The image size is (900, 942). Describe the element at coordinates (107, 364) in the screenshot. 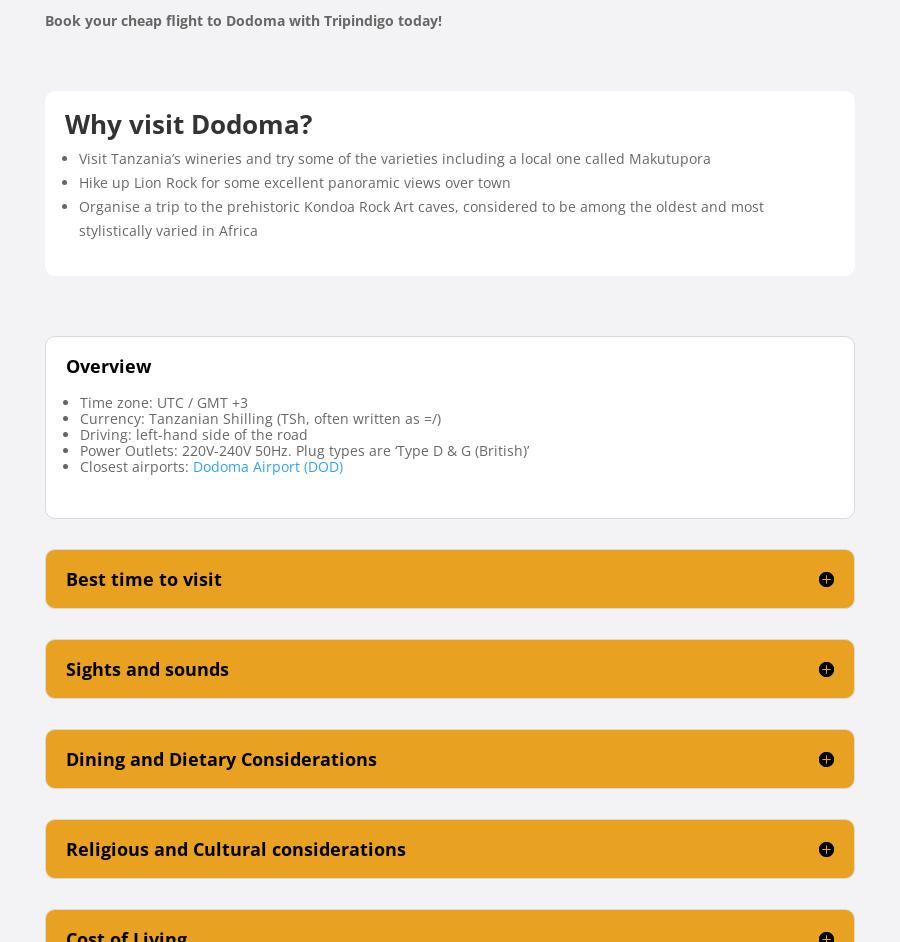

I see `'Overview'` at that location.